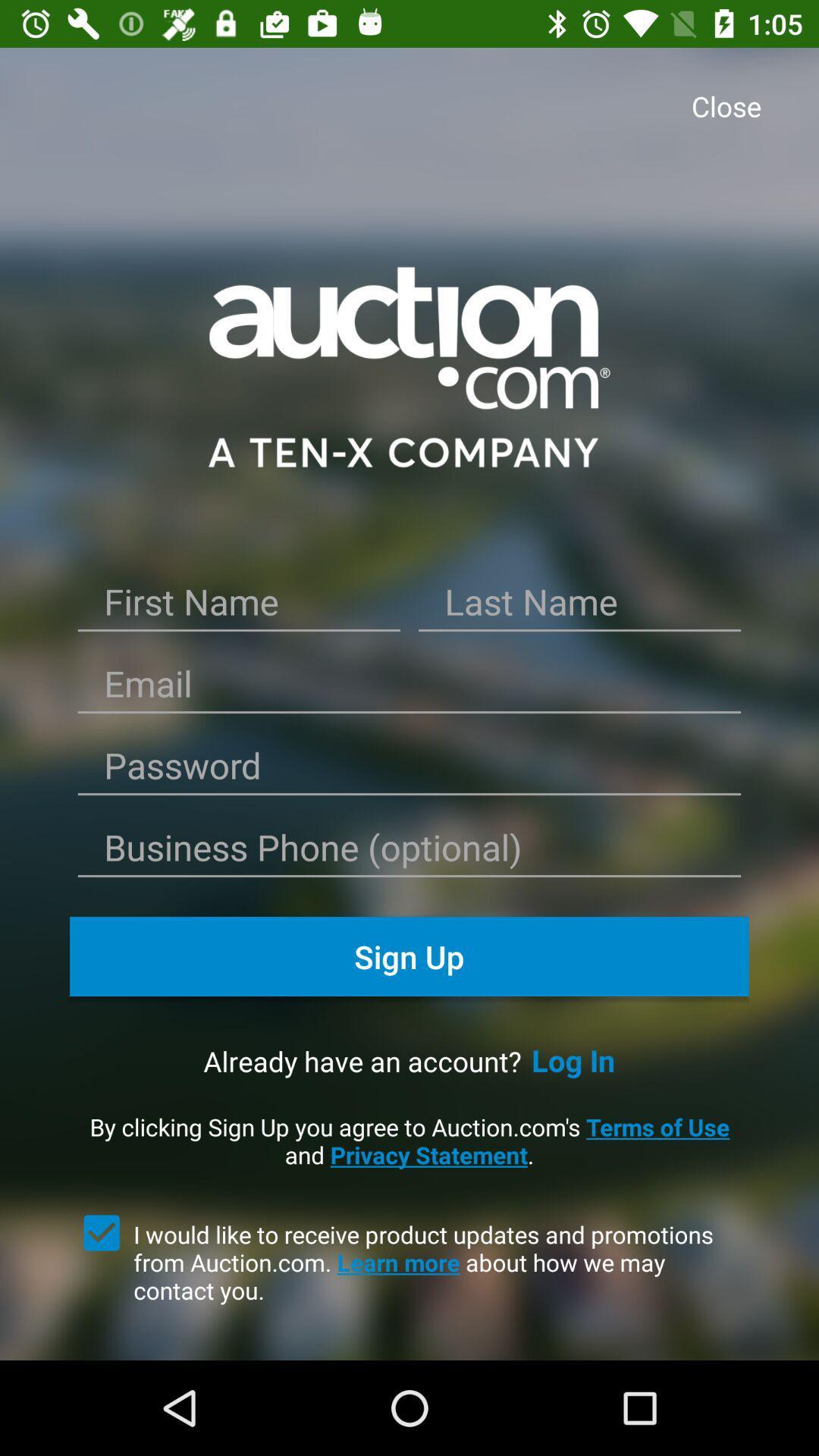 Image resolution: width=819 pixels, height=1456 pixels. I want to click on email input, so click(409, 688).